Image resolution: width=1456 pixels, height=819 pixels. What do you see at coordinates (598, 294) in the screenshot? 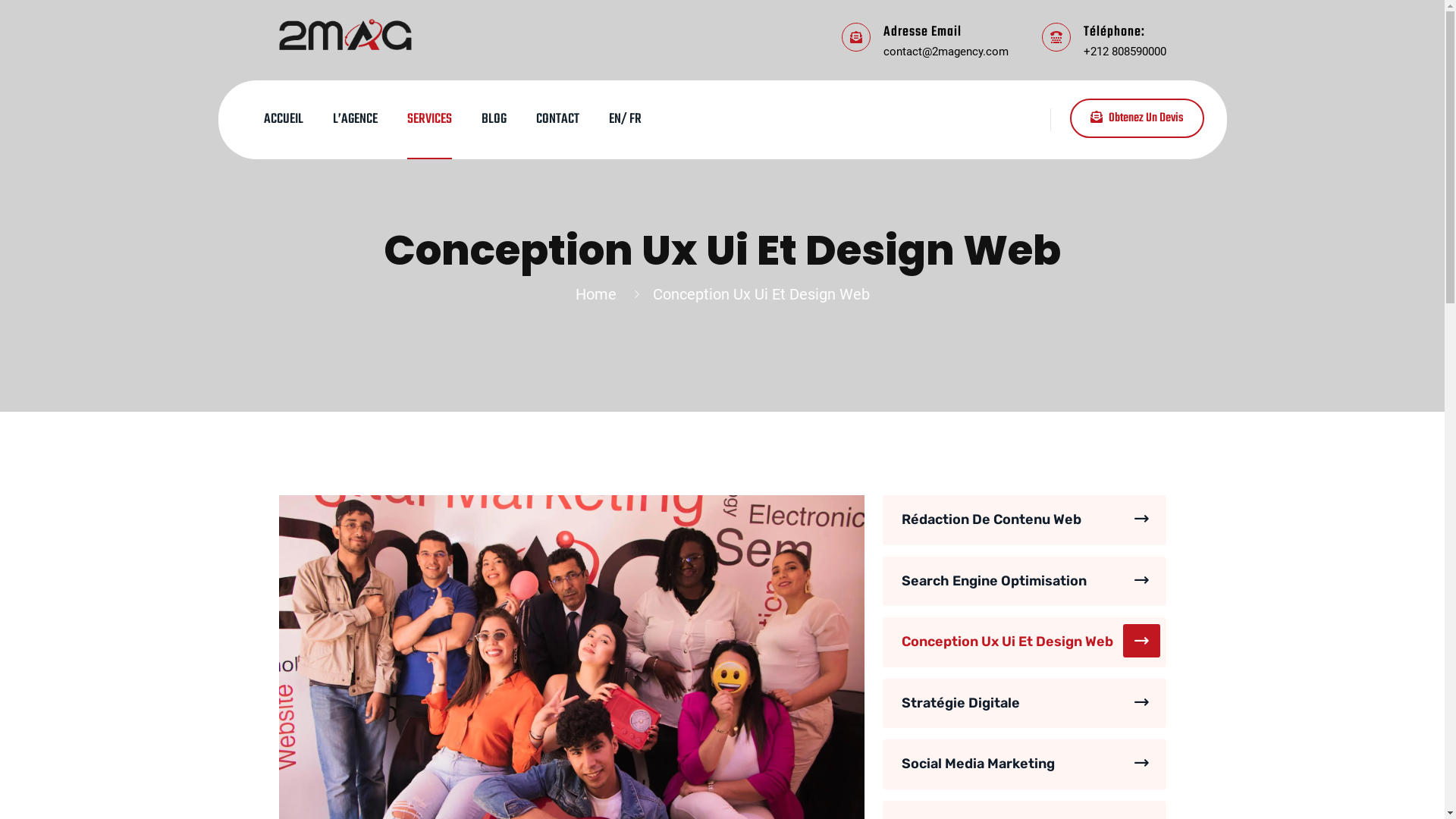
I see `'Home  '` at bounding box center [598, 294].